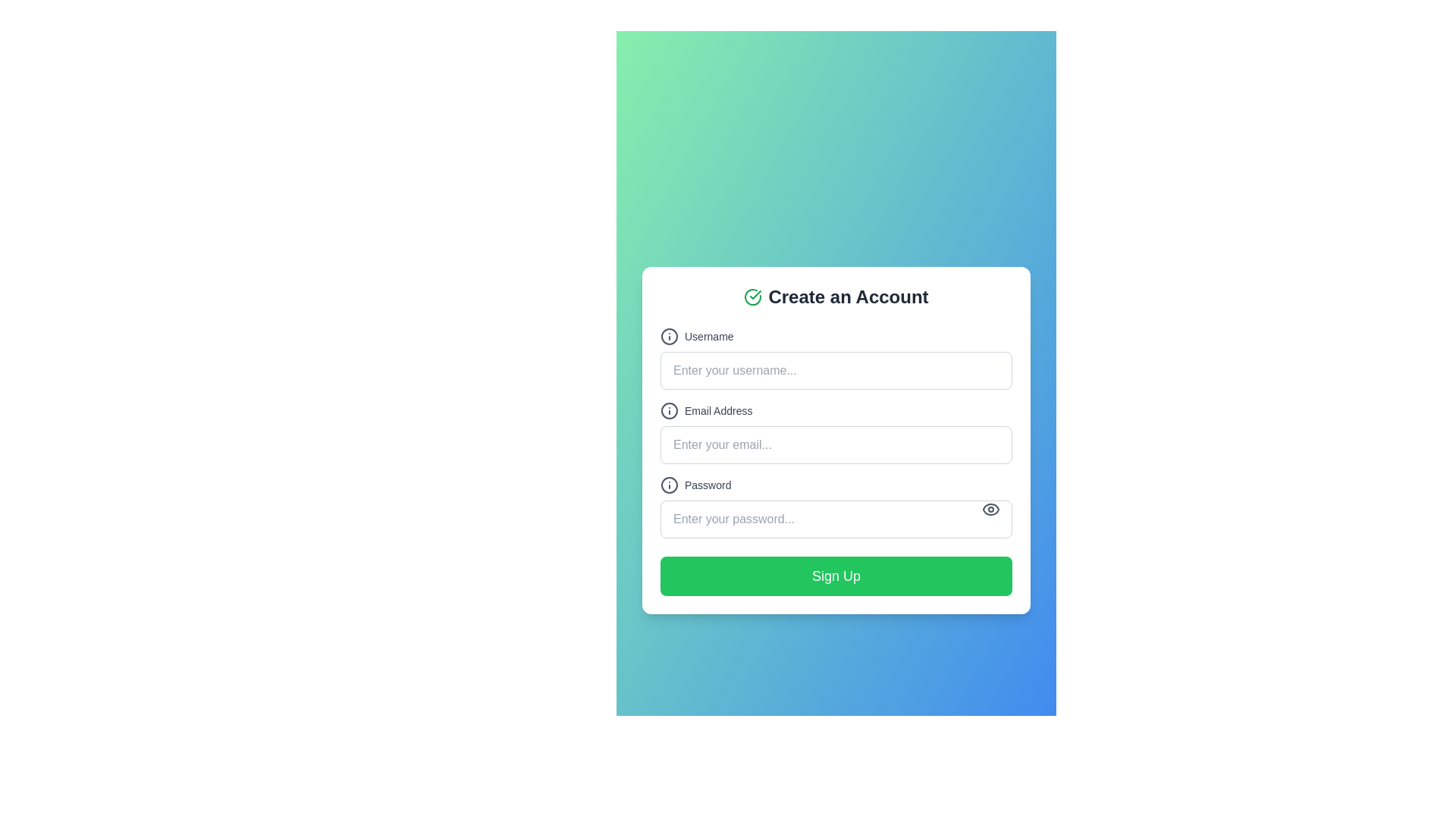  I want to click on the 'Username' label, which is a small gray text displayed above the username input field and adjacent to an icon, so click(708, 335).